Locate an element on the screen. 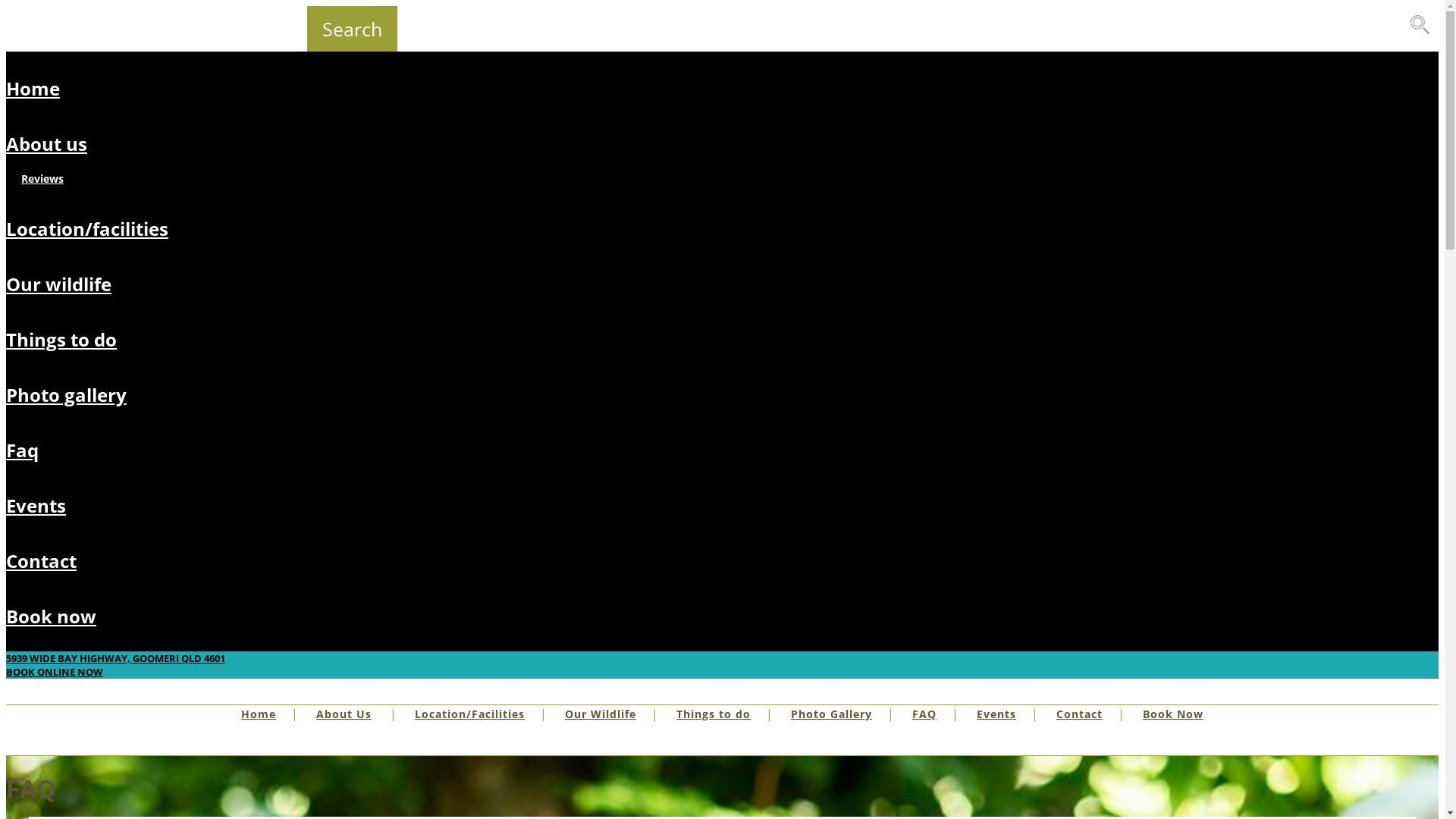 This screenshot has height=819, width=1456. 'faq' is located at coordinates (22, 449).